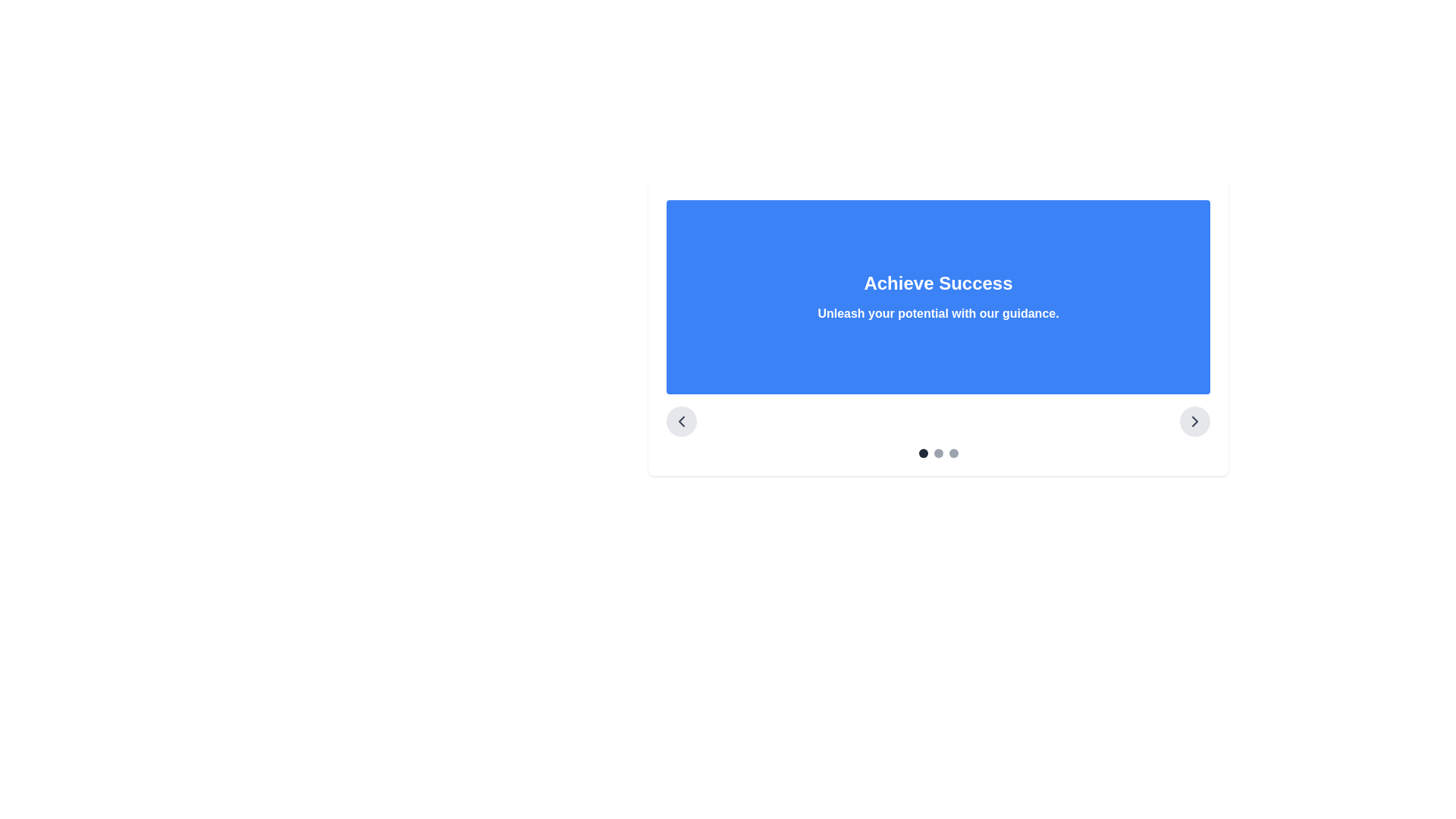  Describe the element at coordinates (937, 297) in the screenshot. I see `the Informational banner with the message 'Achieve Success' that has a blue background and displays a bold, white message` at that location.